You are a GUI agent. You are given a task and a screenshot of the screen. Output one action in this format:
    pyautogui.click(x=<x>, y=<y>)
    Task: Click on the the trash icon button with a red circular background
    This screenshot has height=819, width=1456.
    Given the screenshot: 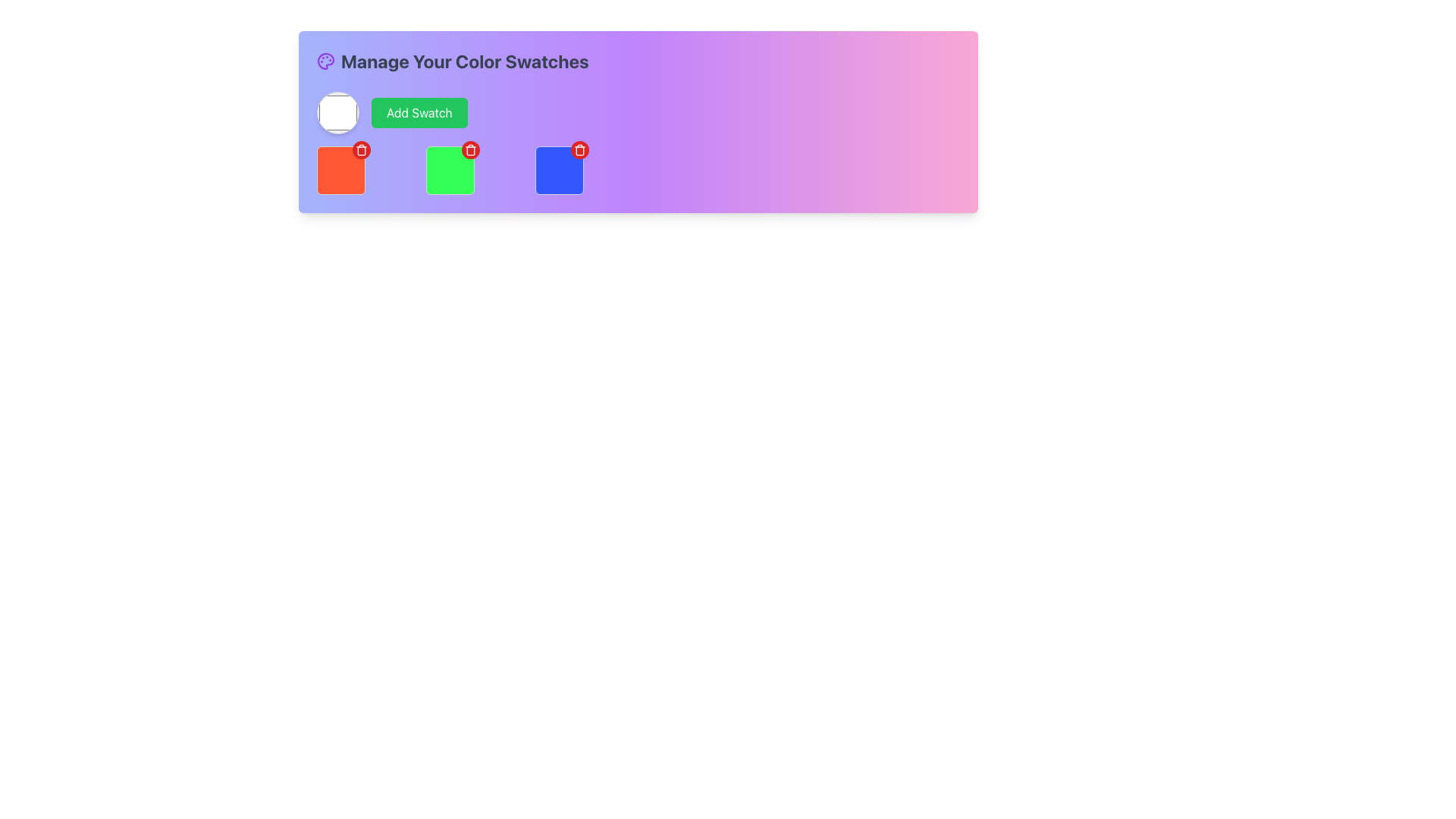 What is the action you would take?
    pyautogui.click(x=469, y=149)
    